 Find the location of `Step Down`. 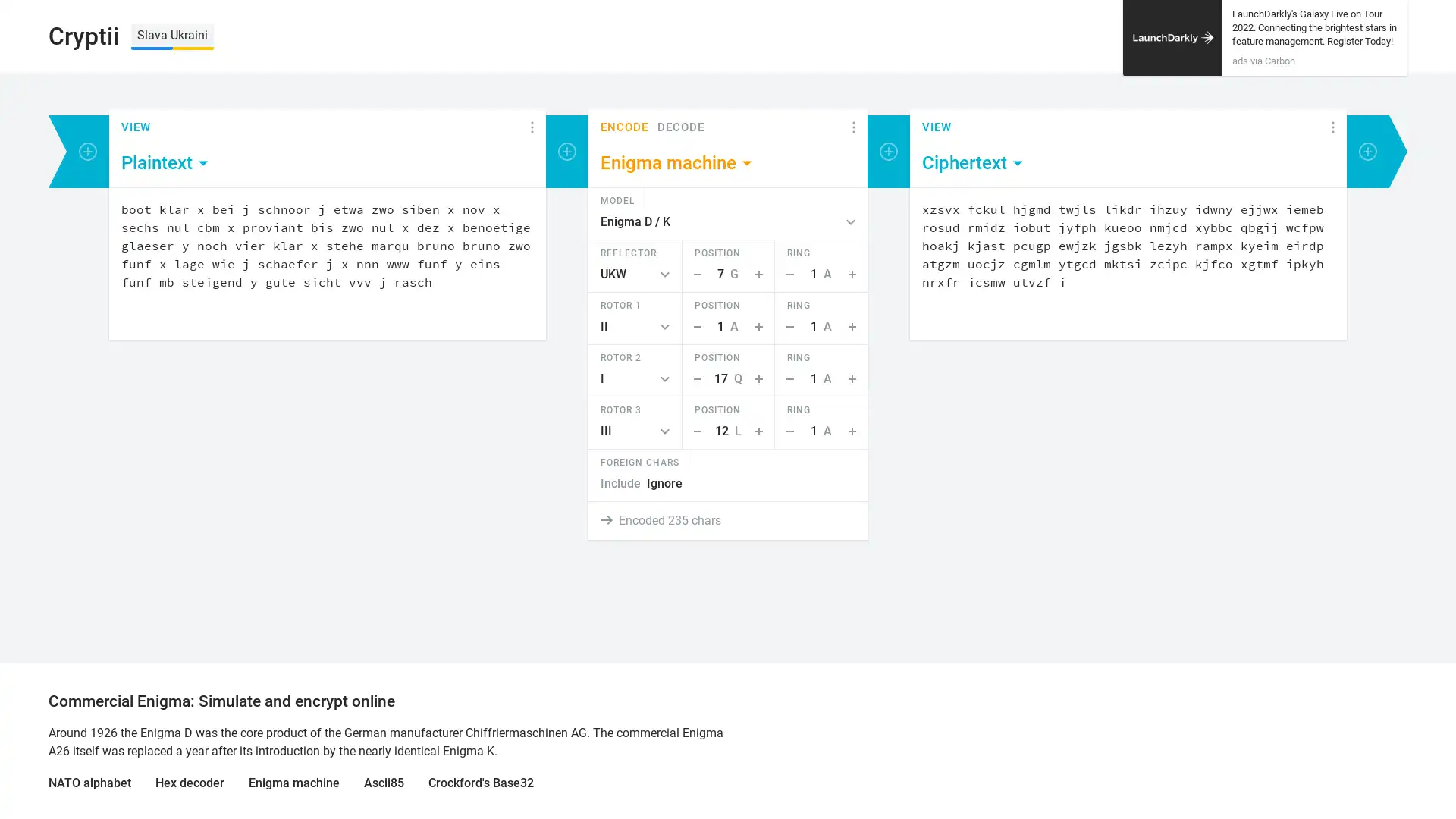

Step Down is located at coordinates (693, 326).